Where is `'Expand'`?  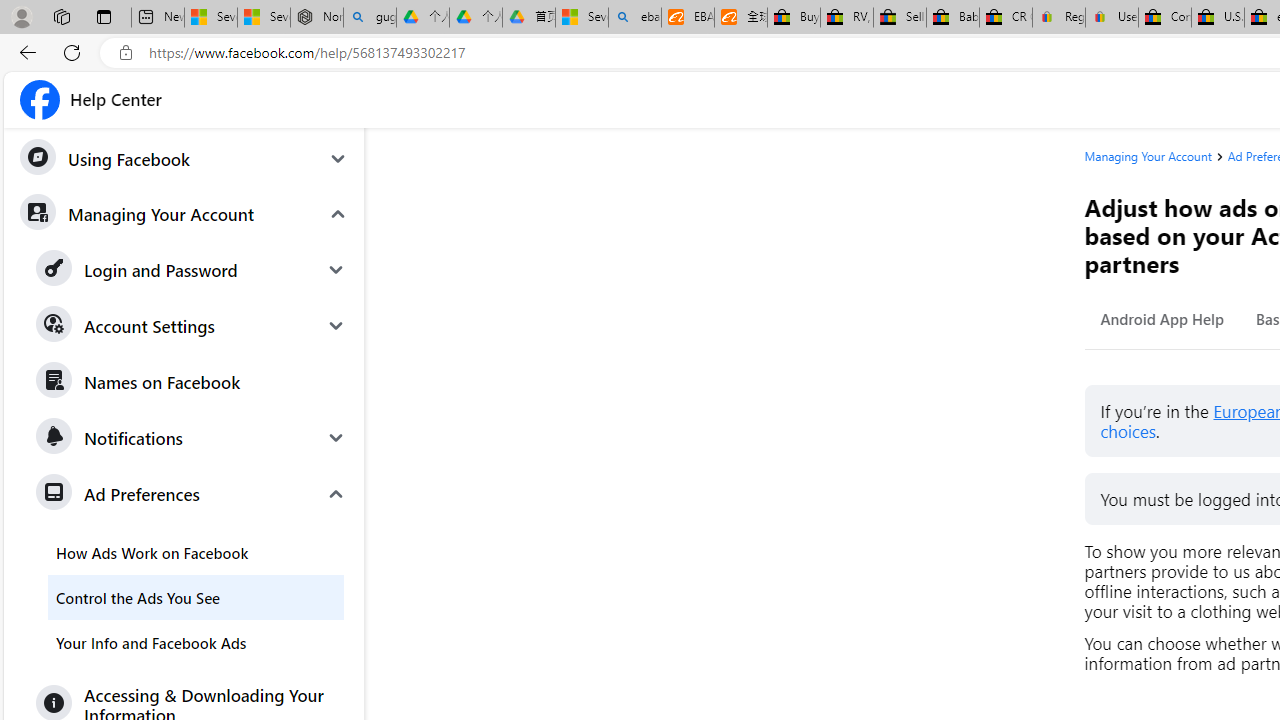 'Expand' is located at coordinates (336, 493).